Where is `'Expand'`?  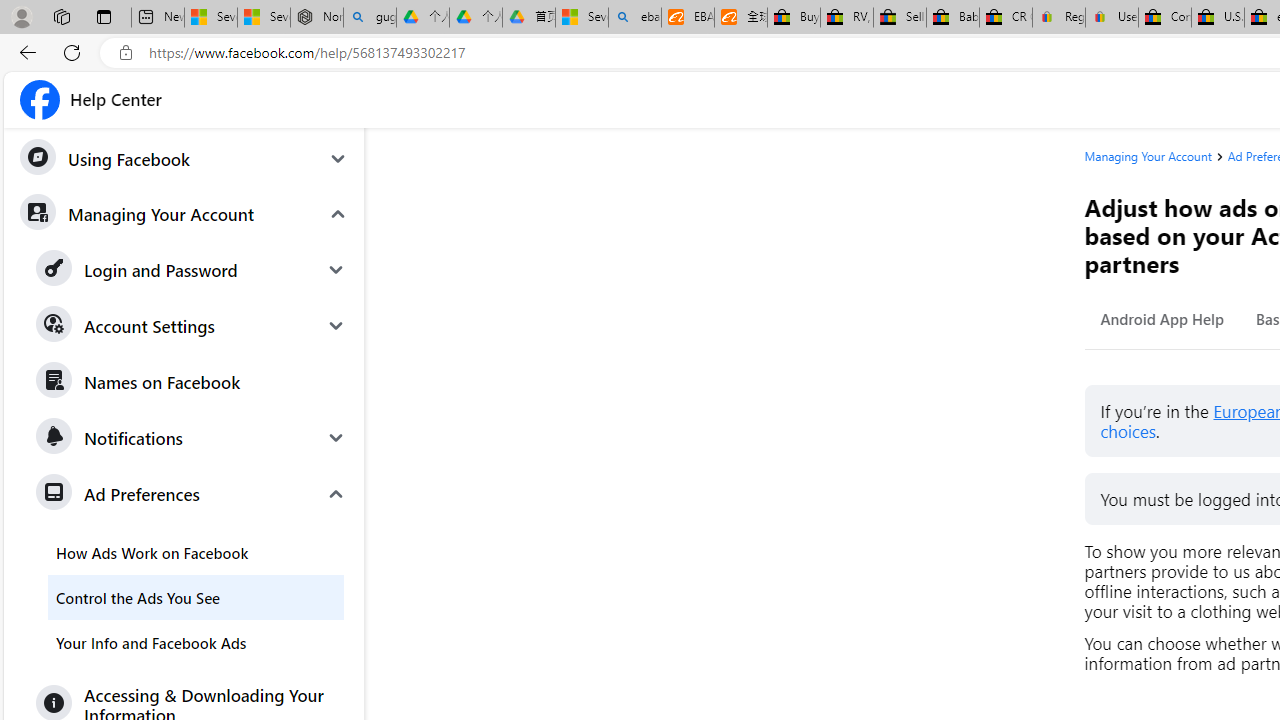 'Expand' is located at coordinates (336, 493).